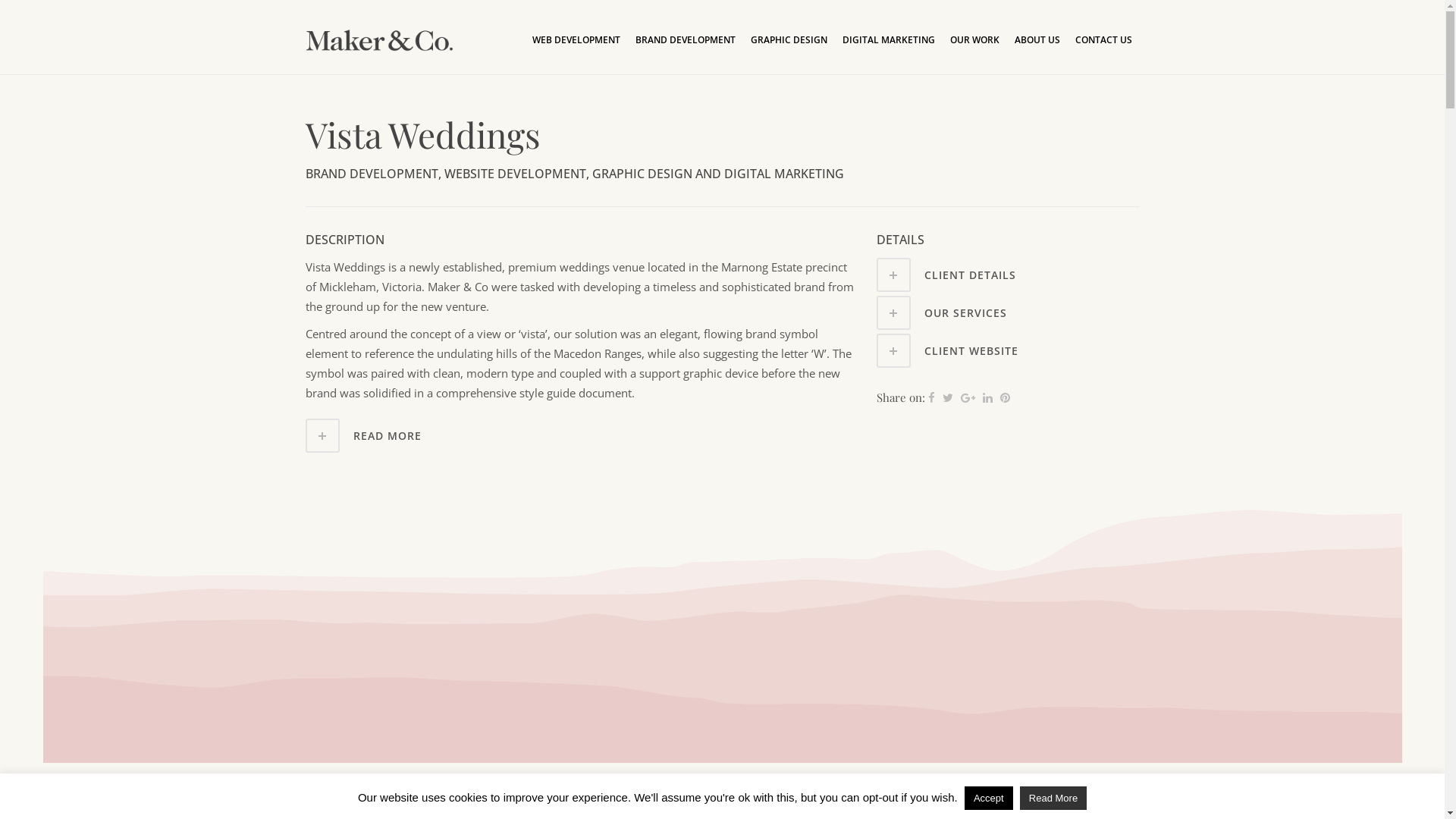  Describe the element at coordinates (888, 39) in the screenshot. I see `'DIGITAL MARKETING'` at that location.